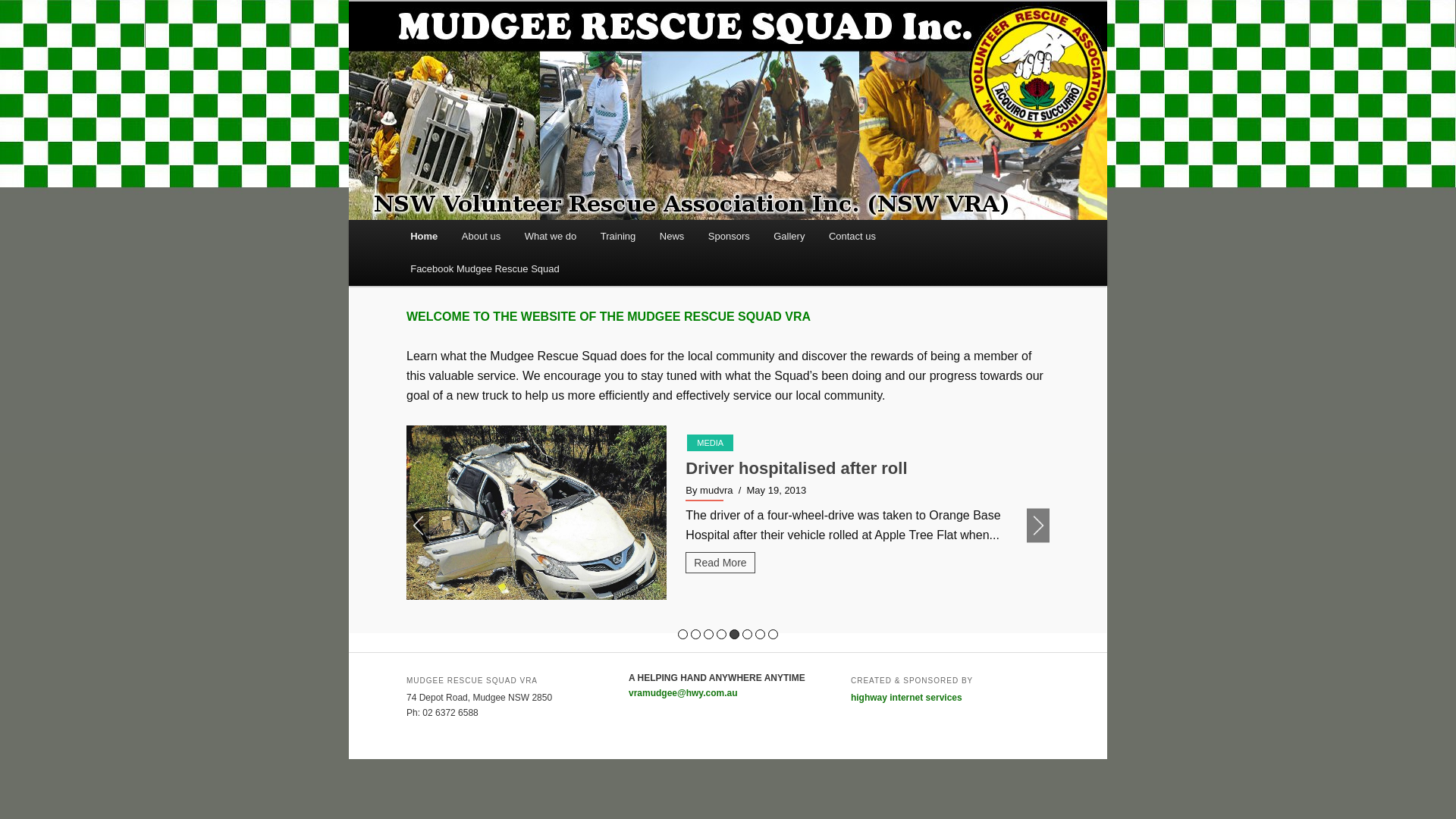 This screenshot has width=1456, height=819. What do you see at coordinates (720, 634) in the screenshot?
I see `'4'` at bounding box center [720, 634].